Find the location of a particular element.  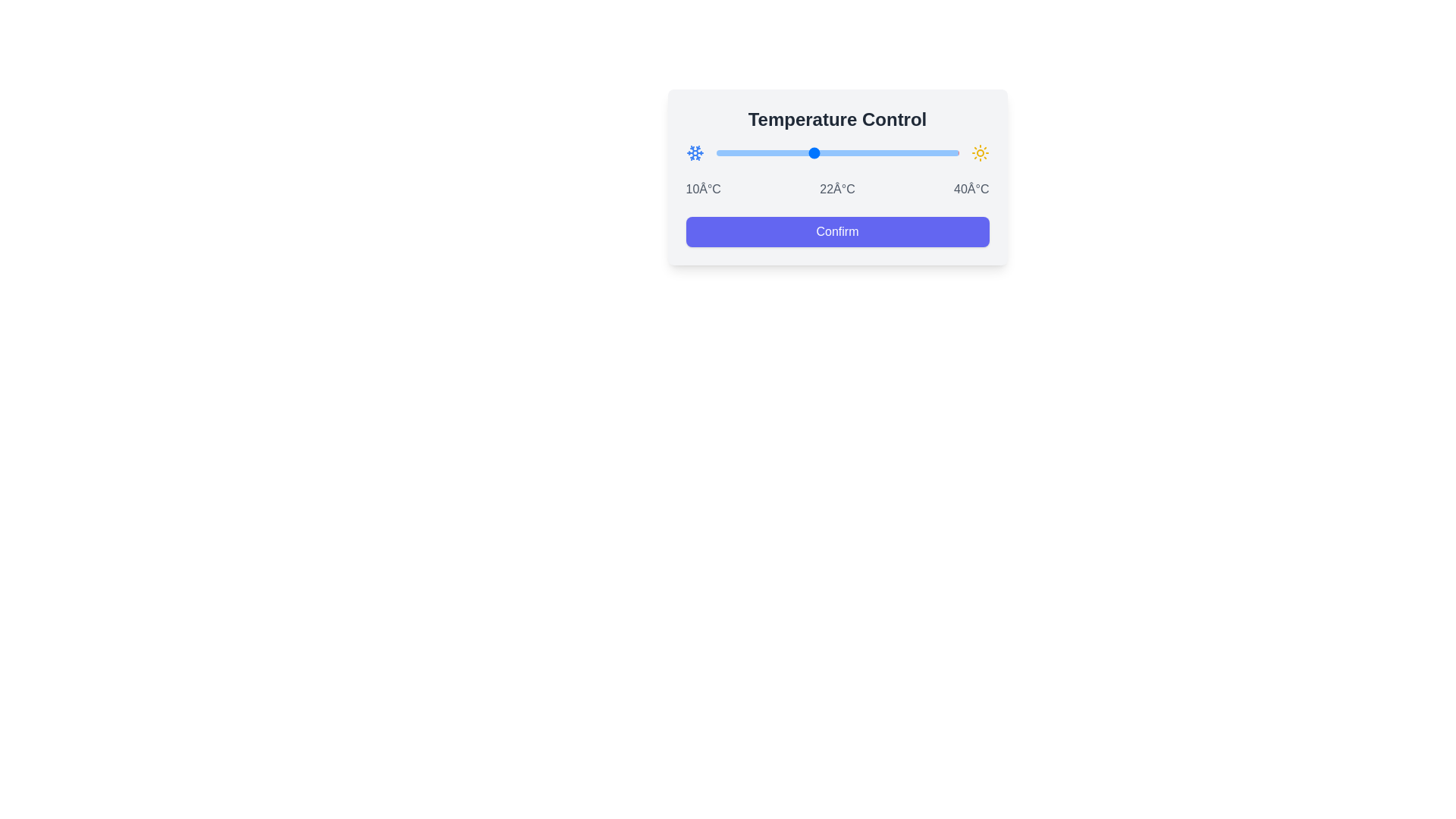

the temperature slider to set the temperature to 15°C is located at coordinates (756, 152).